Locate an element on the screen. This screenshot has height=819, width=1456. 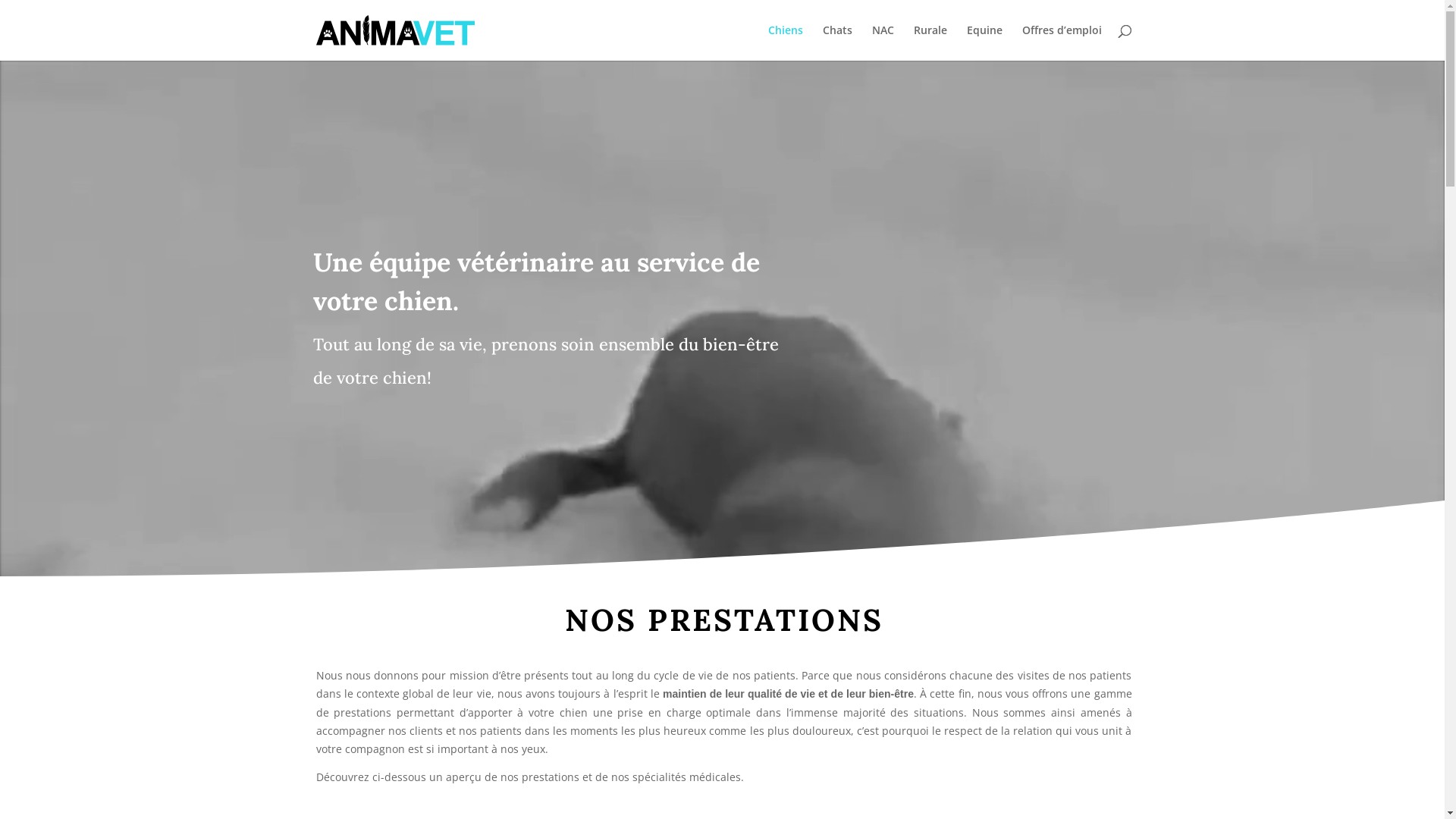
'Chats' is located at coordinates (836, 42).